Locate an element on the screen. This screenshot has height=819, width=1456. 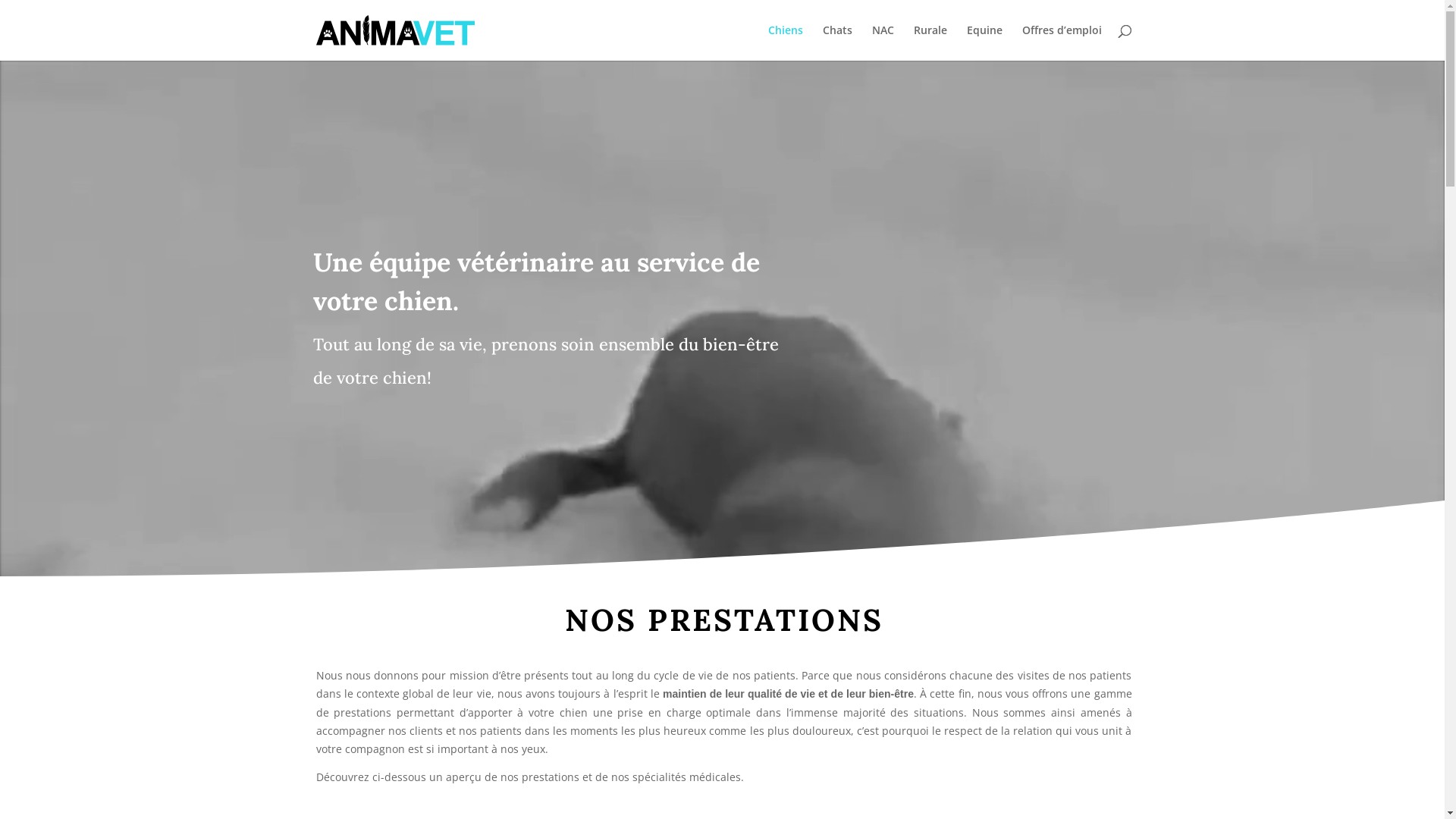
'Chats' is located at coordinates (836, 42).